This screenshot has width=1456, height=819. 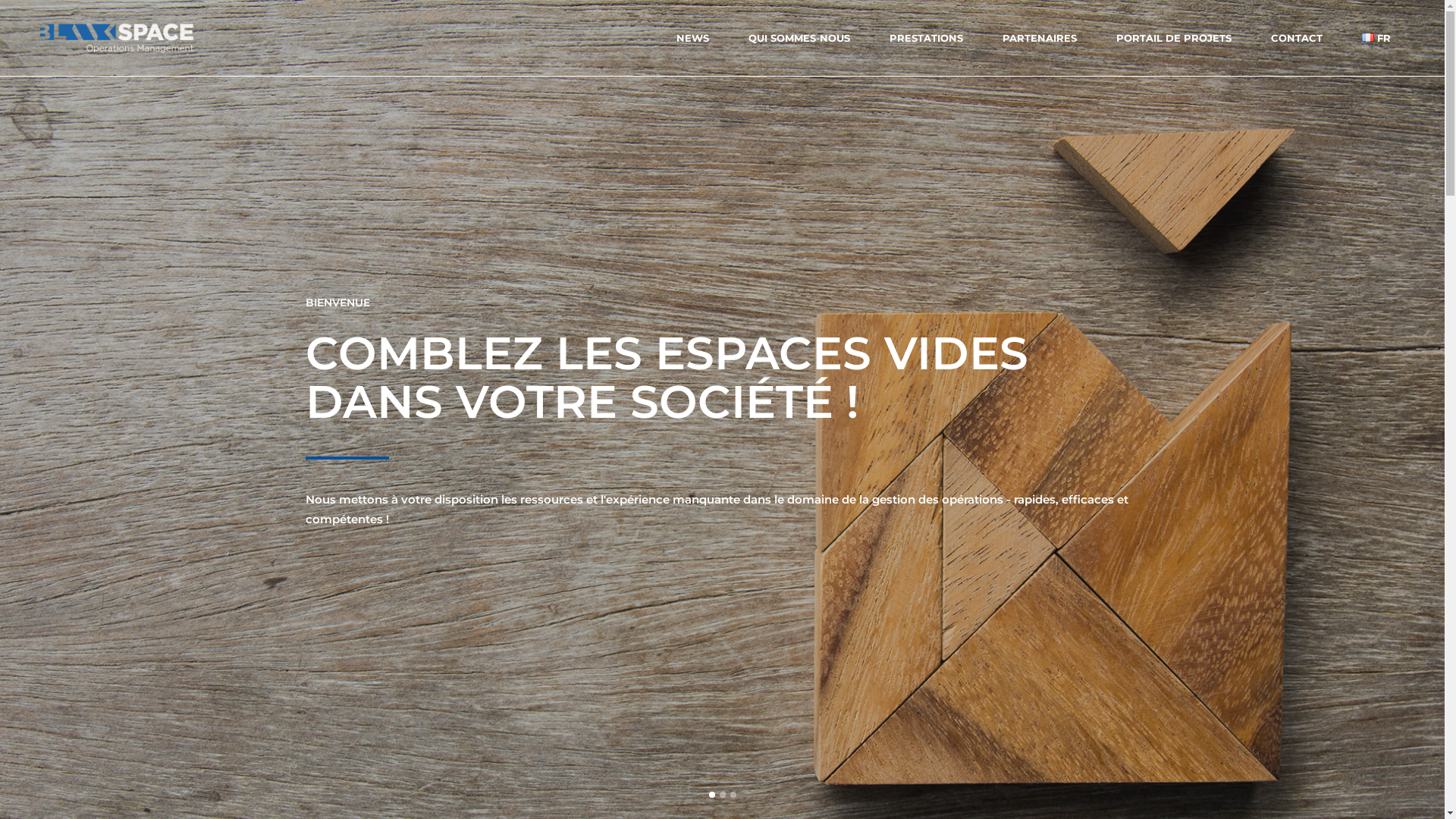 I want to click on 'PORTAIL DE PROJETS', so click(x=1172, y=37).